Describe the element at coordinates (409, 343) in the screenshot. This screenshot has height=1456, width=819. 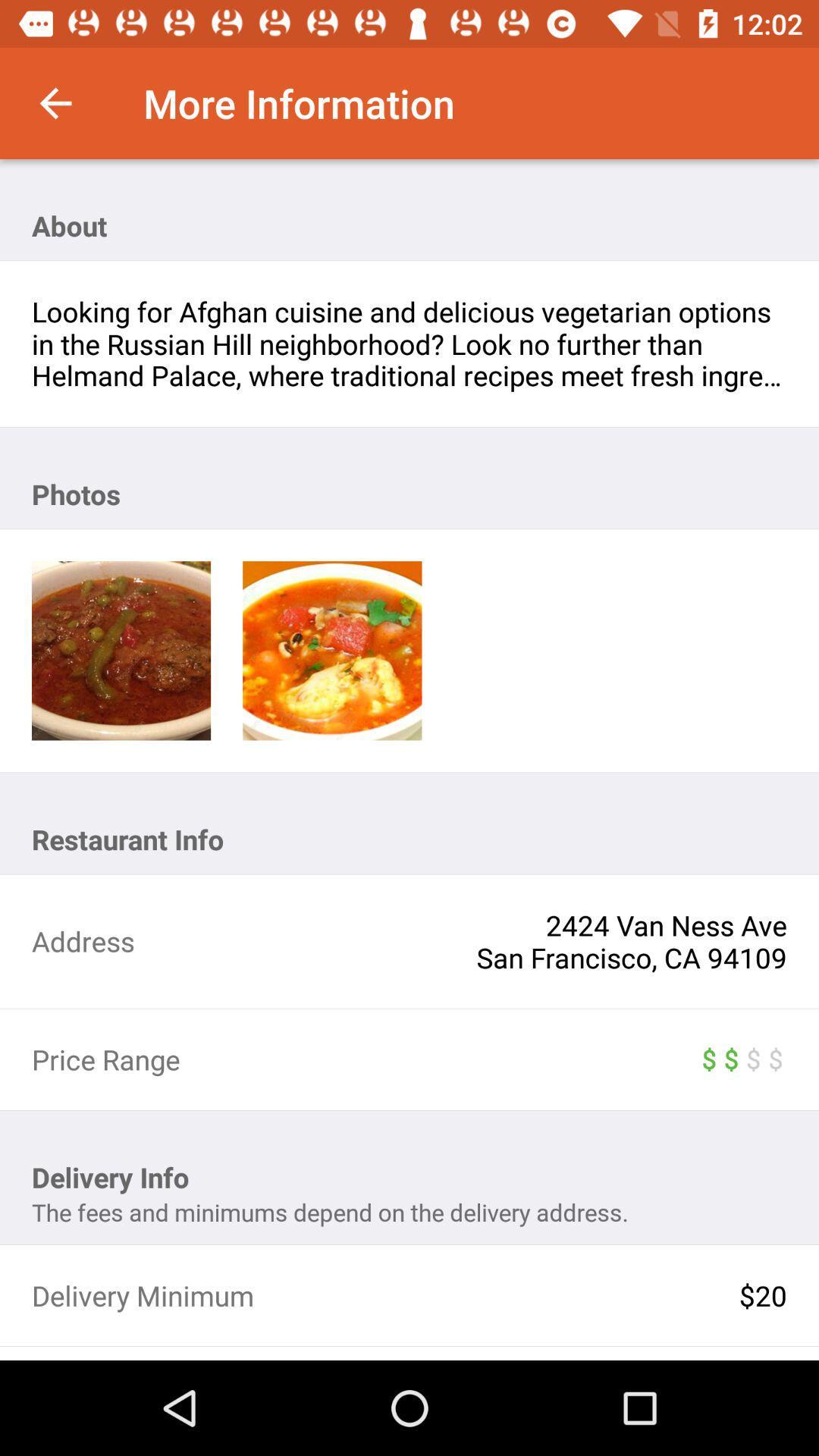
I see `icon above photos icon` at that location.